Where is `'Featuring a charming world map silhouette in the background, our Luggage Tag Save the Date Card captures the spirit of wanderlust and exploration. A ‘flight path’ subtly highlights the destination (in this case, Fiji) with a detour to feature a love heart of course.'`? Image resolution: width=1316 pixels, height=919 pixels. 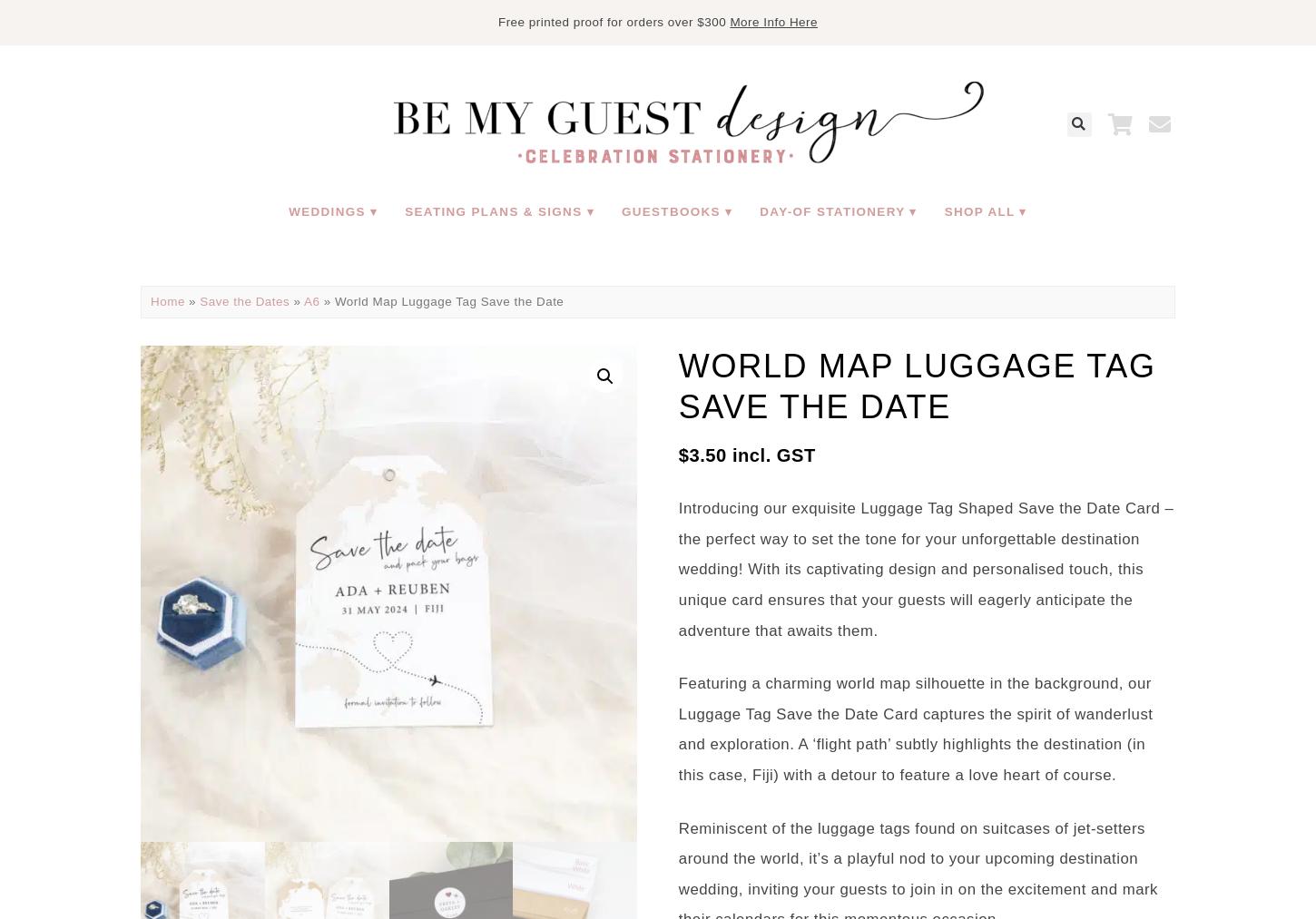
'Featuring a charming world map silhouette in the background, our Luggage Tag Save the Date Card captures the spirit of wanderlust and exploration. A ‘flight path’ subtly highlights the destination (in this case, Fiji) with a detour to feature a love heart of course.' is located at coordinates (915, 728).